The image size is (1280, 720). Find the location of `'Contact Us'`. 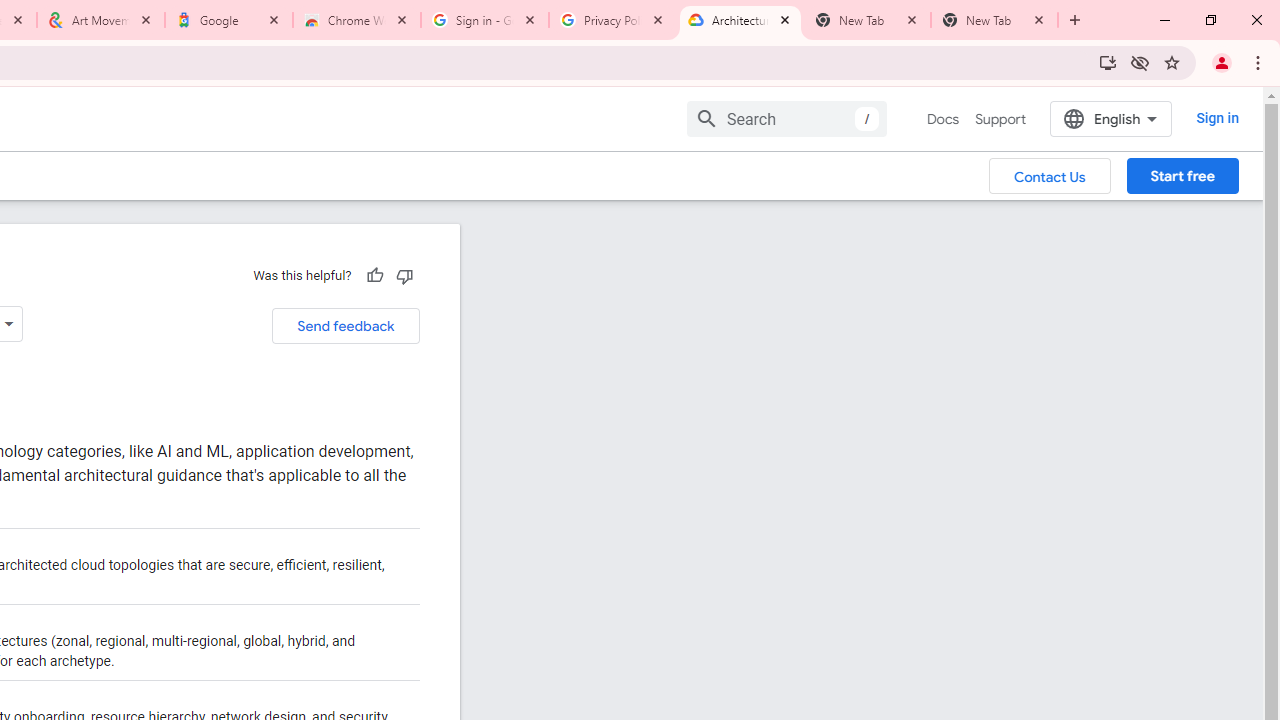

'Contact Us' is located at coordinates (1049, 174).